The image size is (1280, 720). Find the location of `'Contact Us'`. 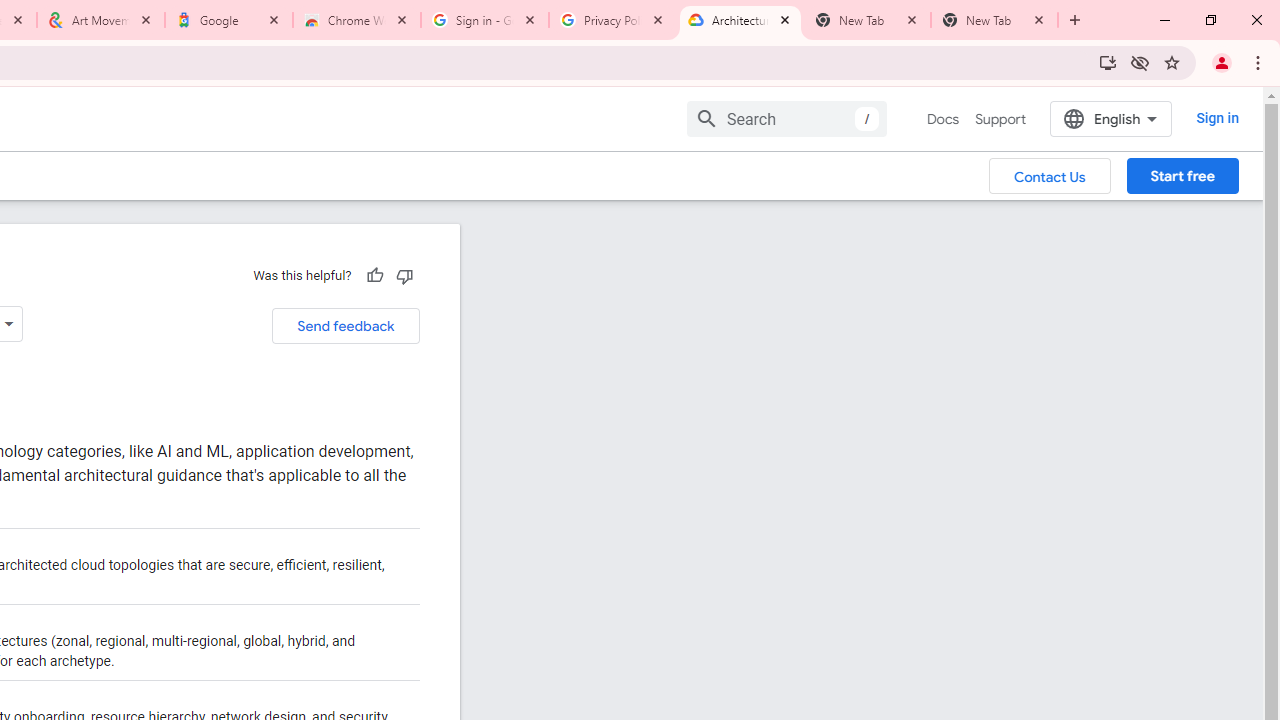

'Contact Us' is located at coordinates (1049, 174).